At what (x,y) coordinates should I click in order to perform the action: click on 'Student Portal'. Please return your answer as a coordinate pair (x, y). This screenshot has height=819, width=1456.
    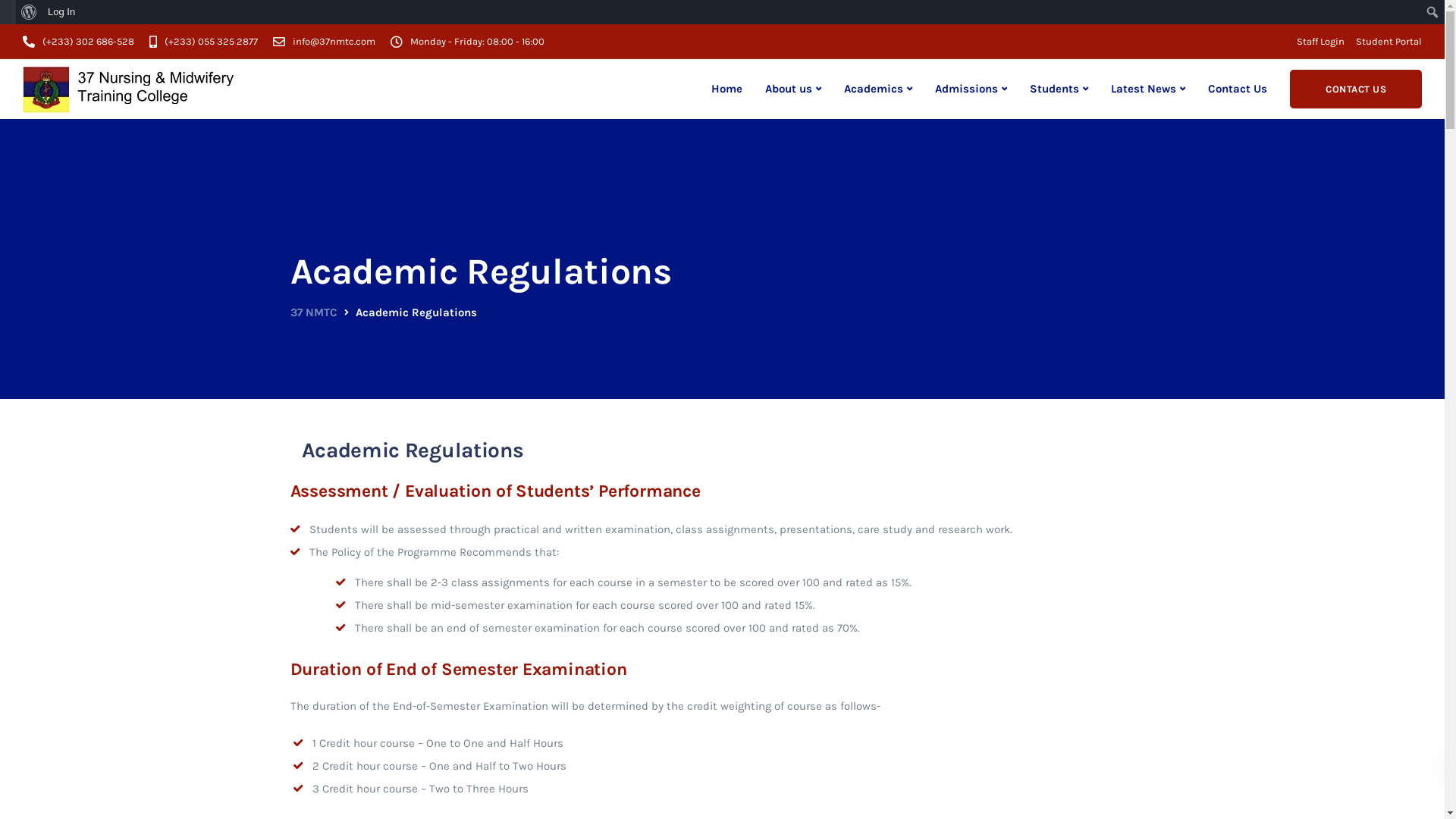
    Looking at the image, I should click on (1389, 40).